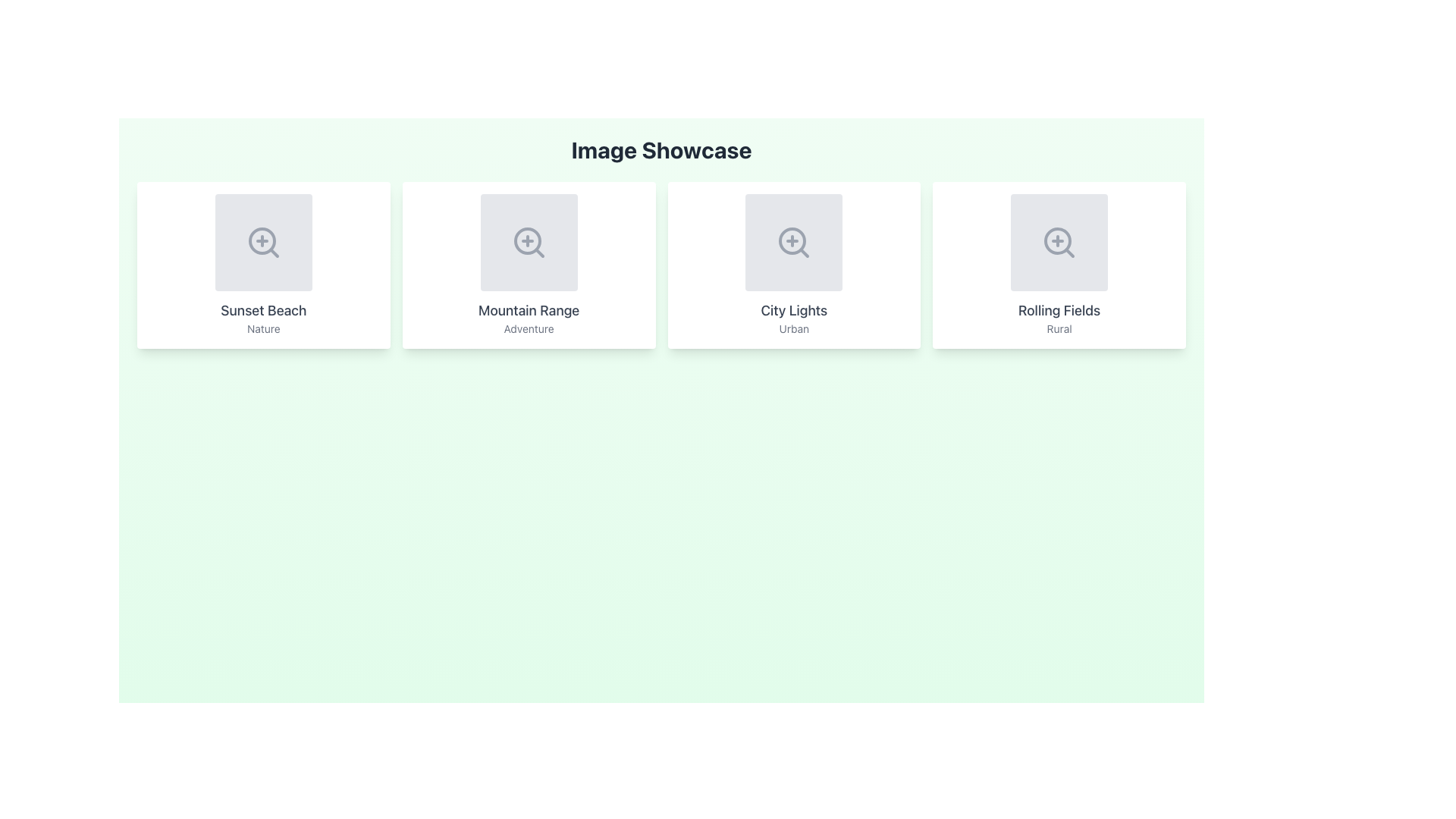  I want to click on the zoom-in button located in the first card of the 'Image Showcase' section, so click(263, 242).